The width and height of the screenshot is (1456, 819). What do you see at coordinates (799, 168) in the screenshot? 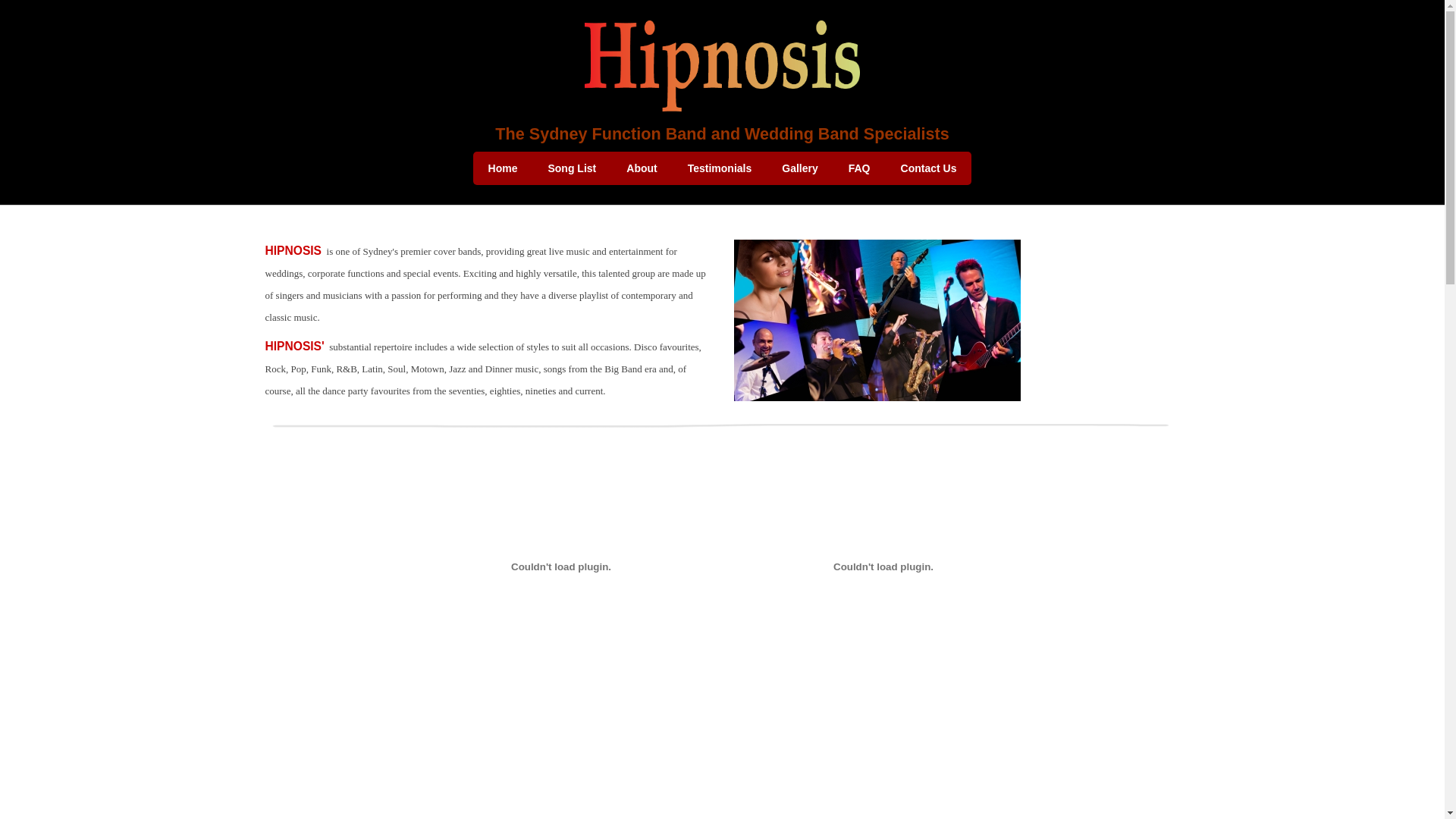
I see `'Gallery'` at bounding box center [799, 168].